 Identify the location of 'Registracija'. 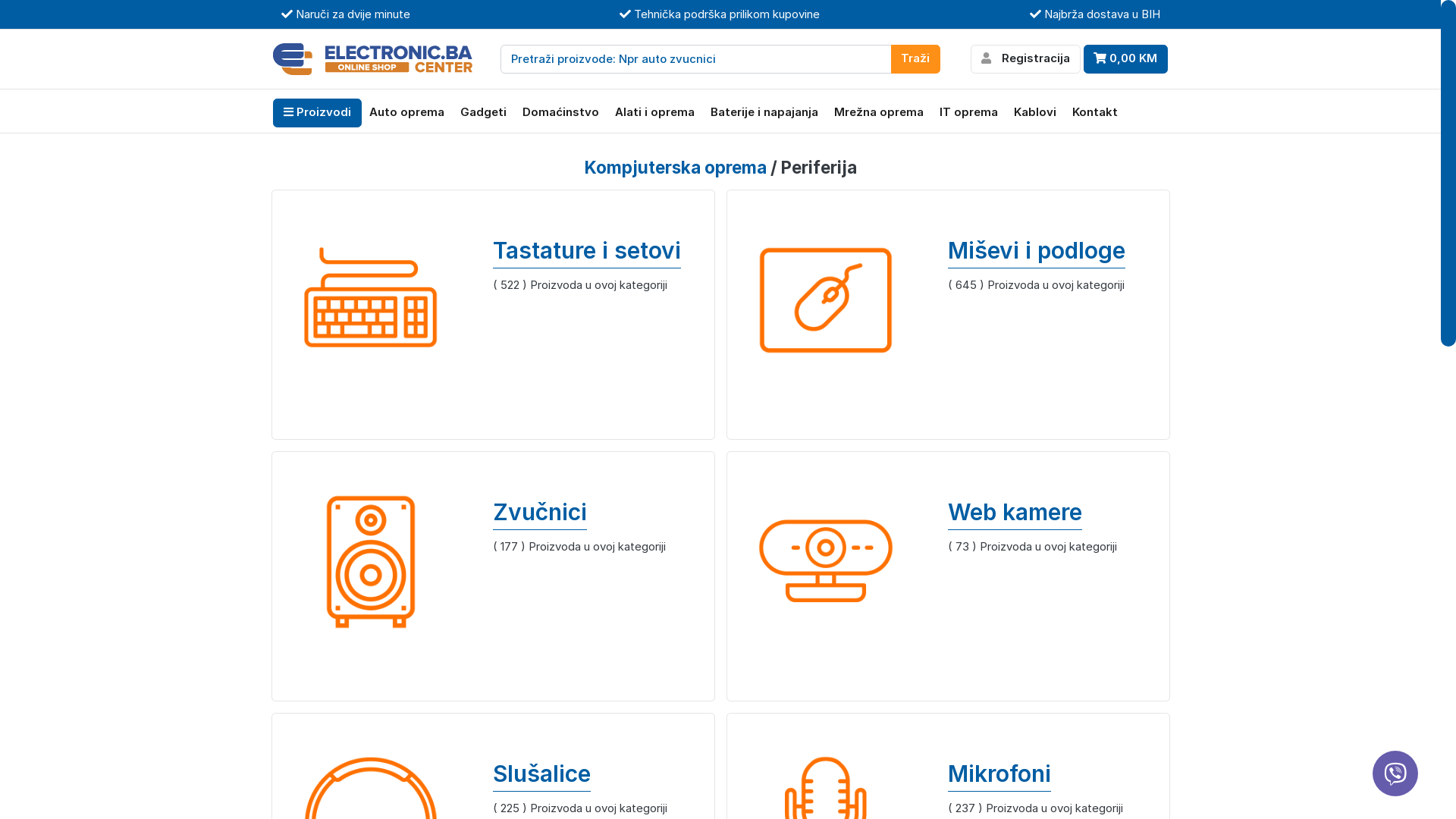
(1025, 58).